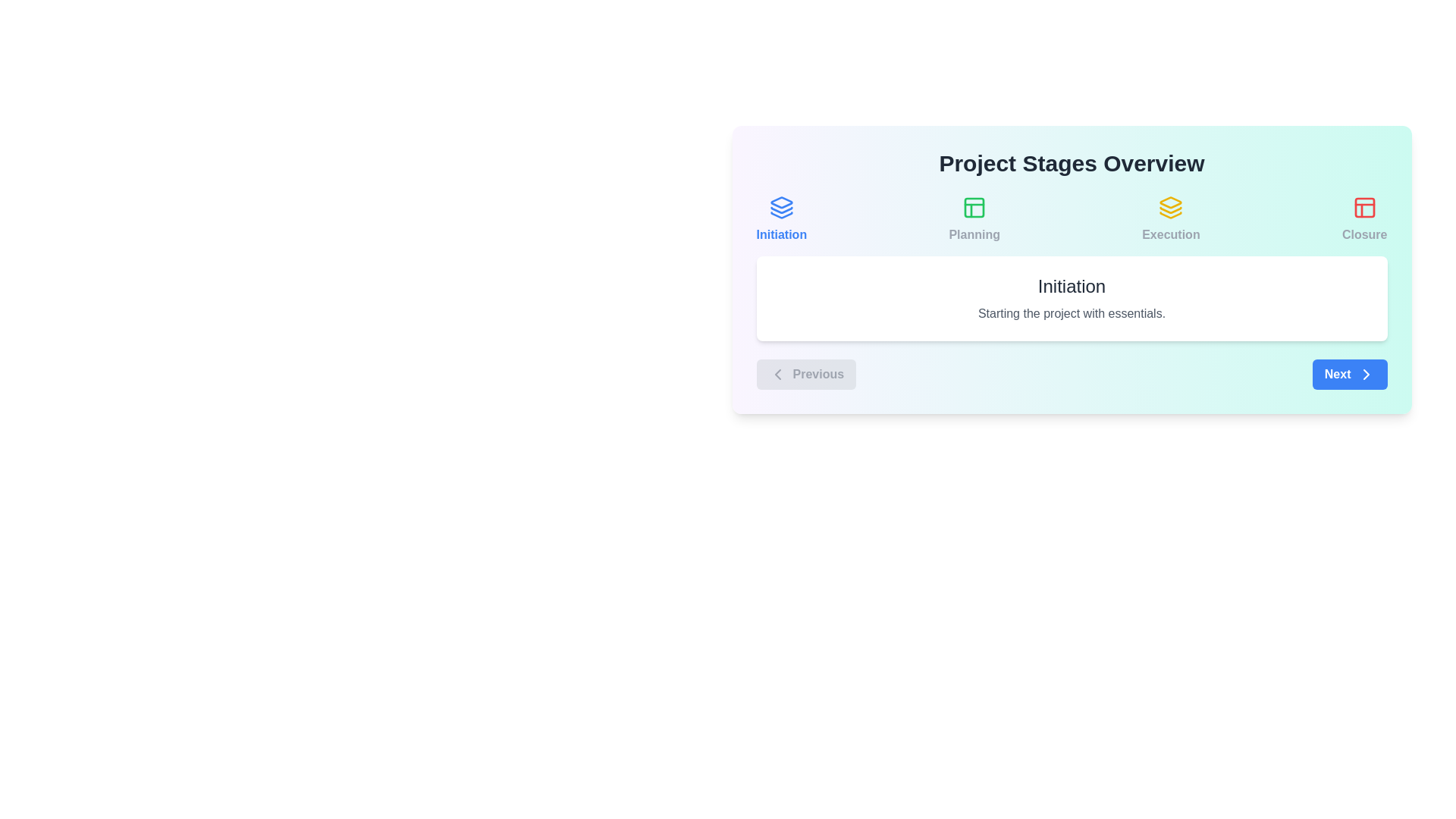  Describe the element at coordinates (974, 219) in the screenshot. I see `the 'Planning' informational icon and text label, which is the second item in the 'Project Stages Overview' aligned horizontally between 'Initiation' and 'Execution'` at that location.